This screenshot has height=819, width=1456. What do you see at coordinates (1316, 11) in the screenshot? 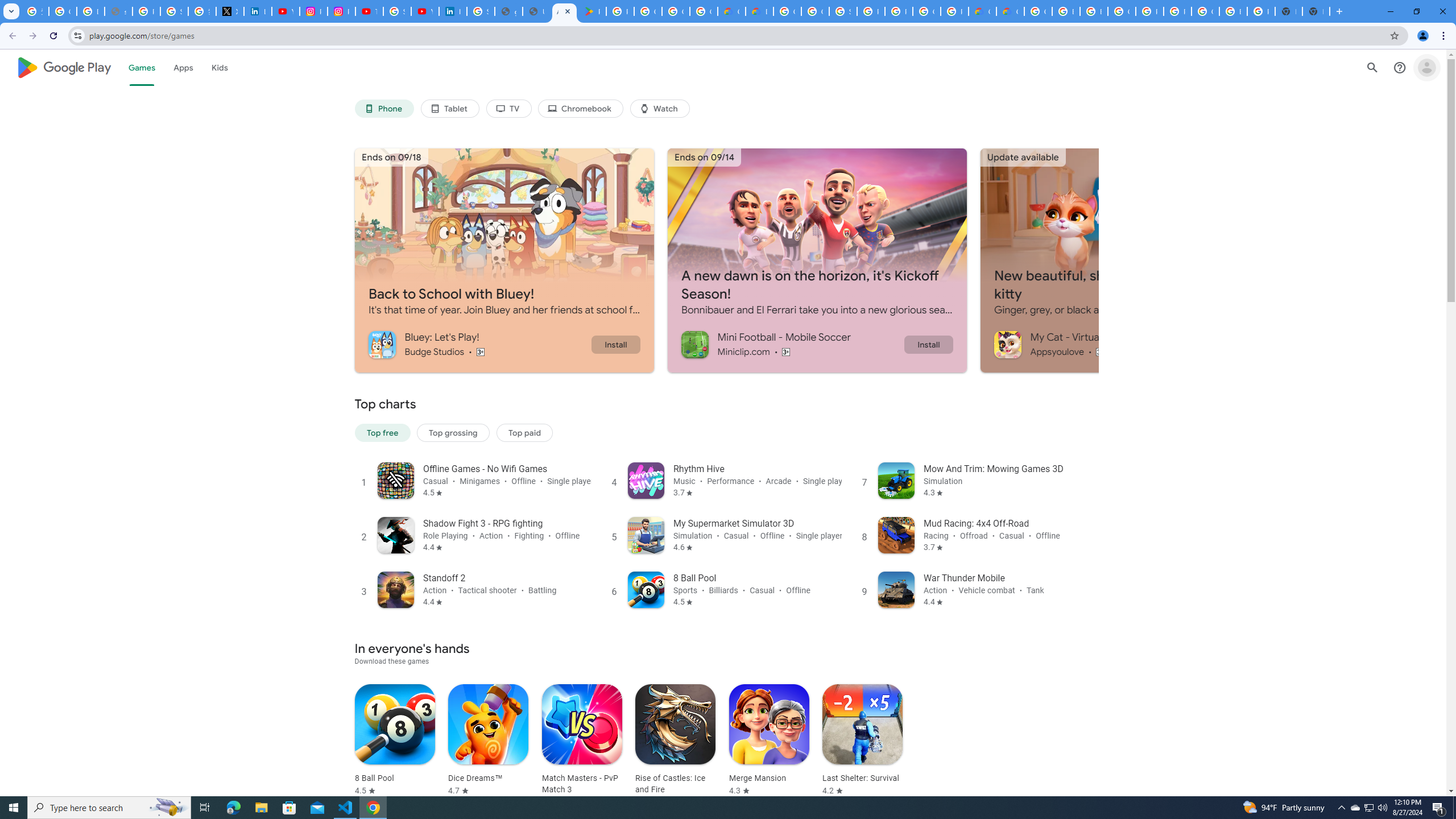
I see `'New Tab'` at bounding box center [1316, 11].